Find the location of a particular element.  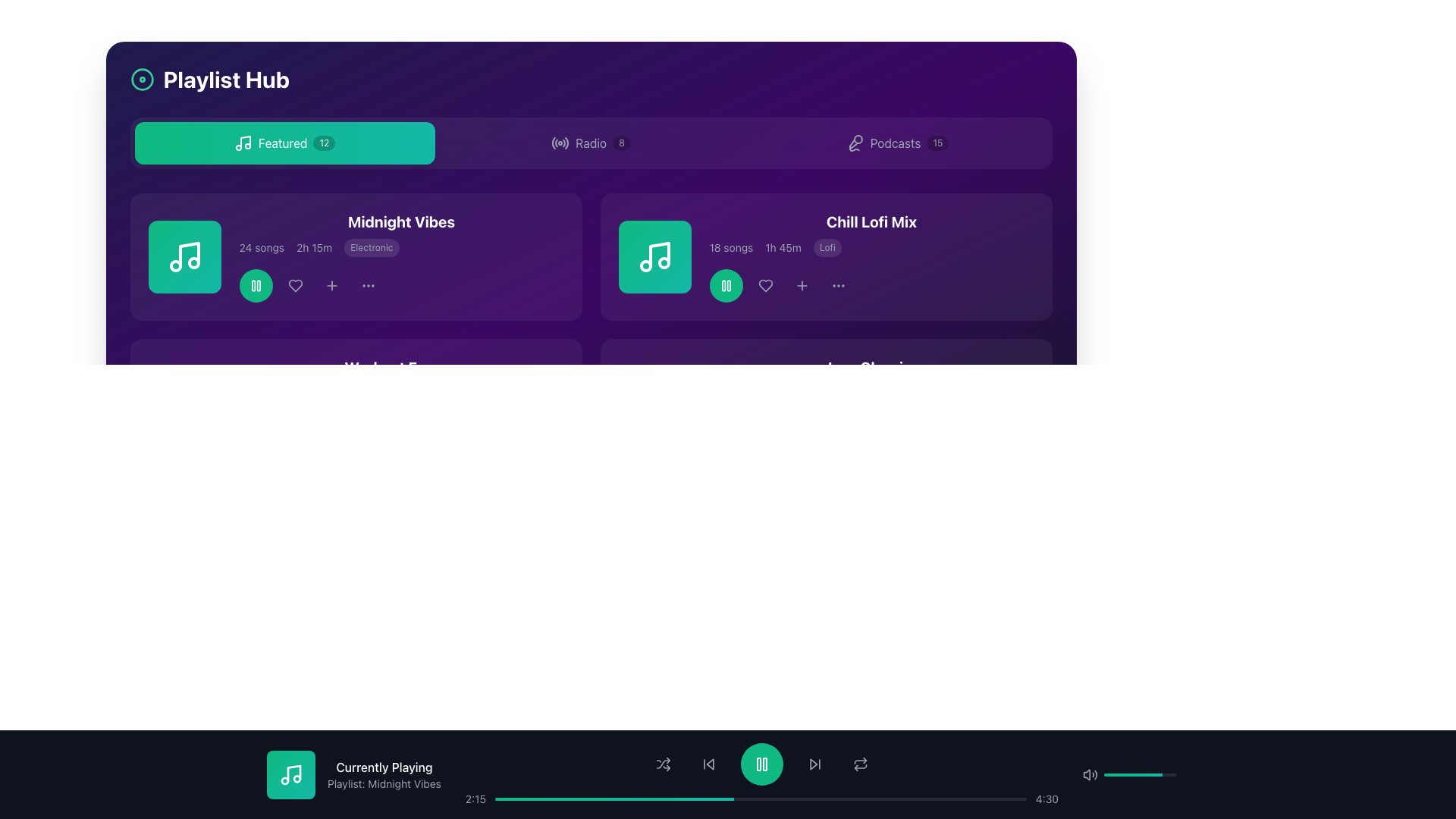

the decorative SVG circle element located within the music note icon of the second item in the playlist, specifically to the right of the 'Midnight Vibes' entry in the Chill Lofi Mix section is located at coordinates (664, 262).